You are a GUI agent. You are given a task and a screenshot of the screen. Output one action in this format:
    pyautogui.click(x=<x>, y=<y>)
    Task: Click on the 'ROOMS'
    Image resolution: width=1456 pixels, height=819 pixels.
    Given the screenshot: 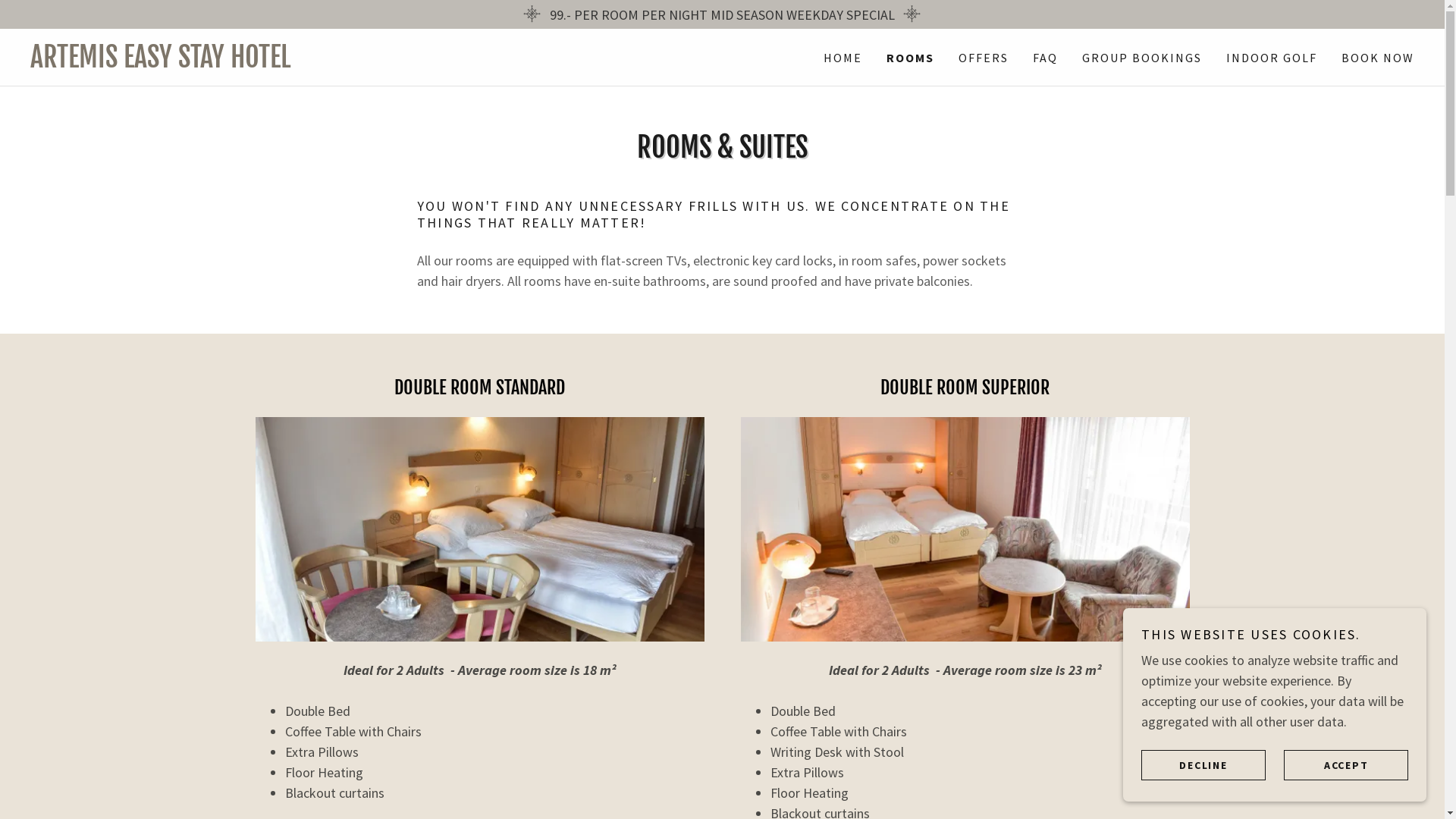 What is the action you would take?
    pyautogui.click(x=910, y=57)
    